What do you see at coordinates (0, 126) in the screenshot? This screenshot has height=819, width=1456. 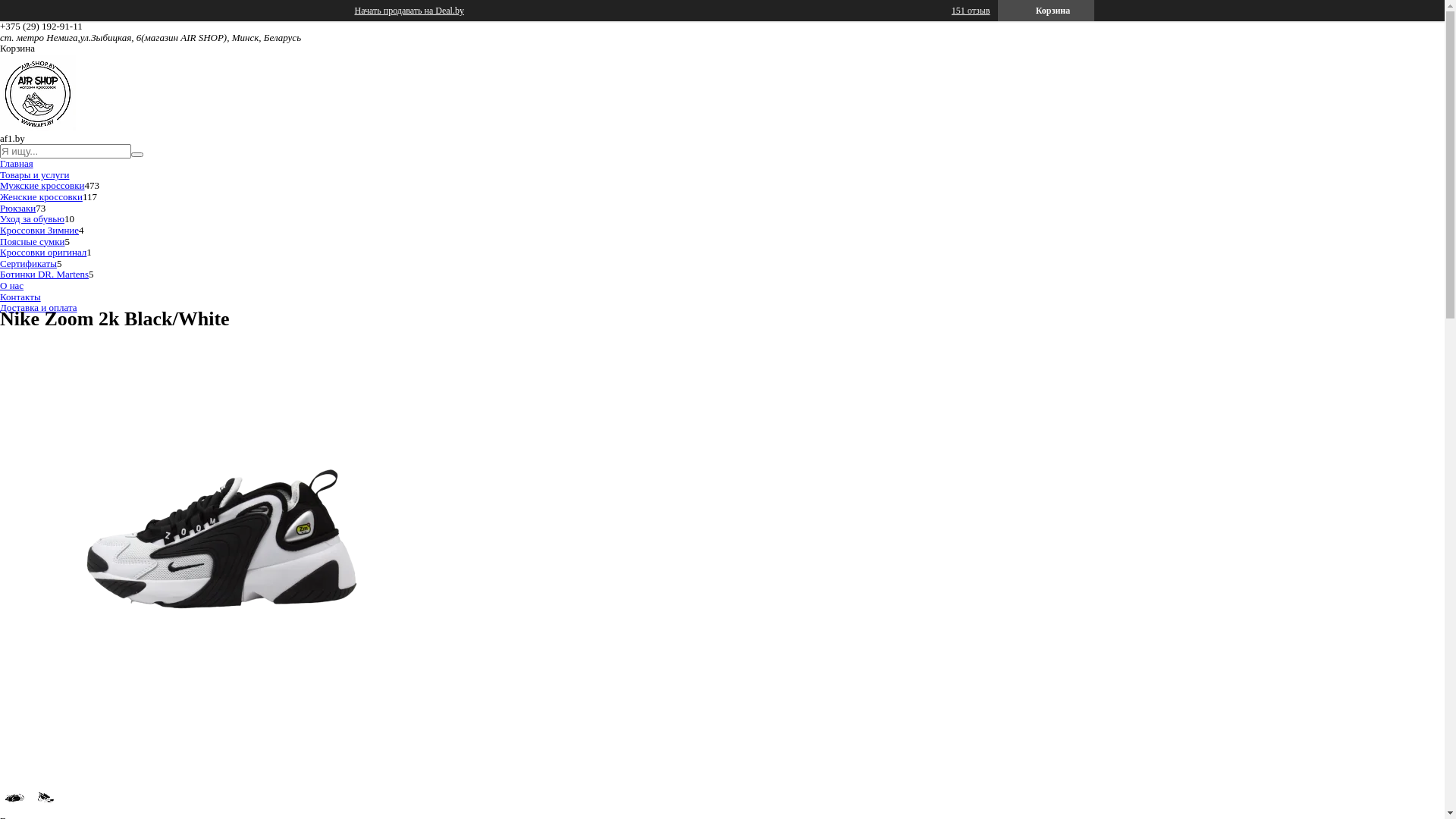 I see `'af1.by'` at bounding box center [0, 126].